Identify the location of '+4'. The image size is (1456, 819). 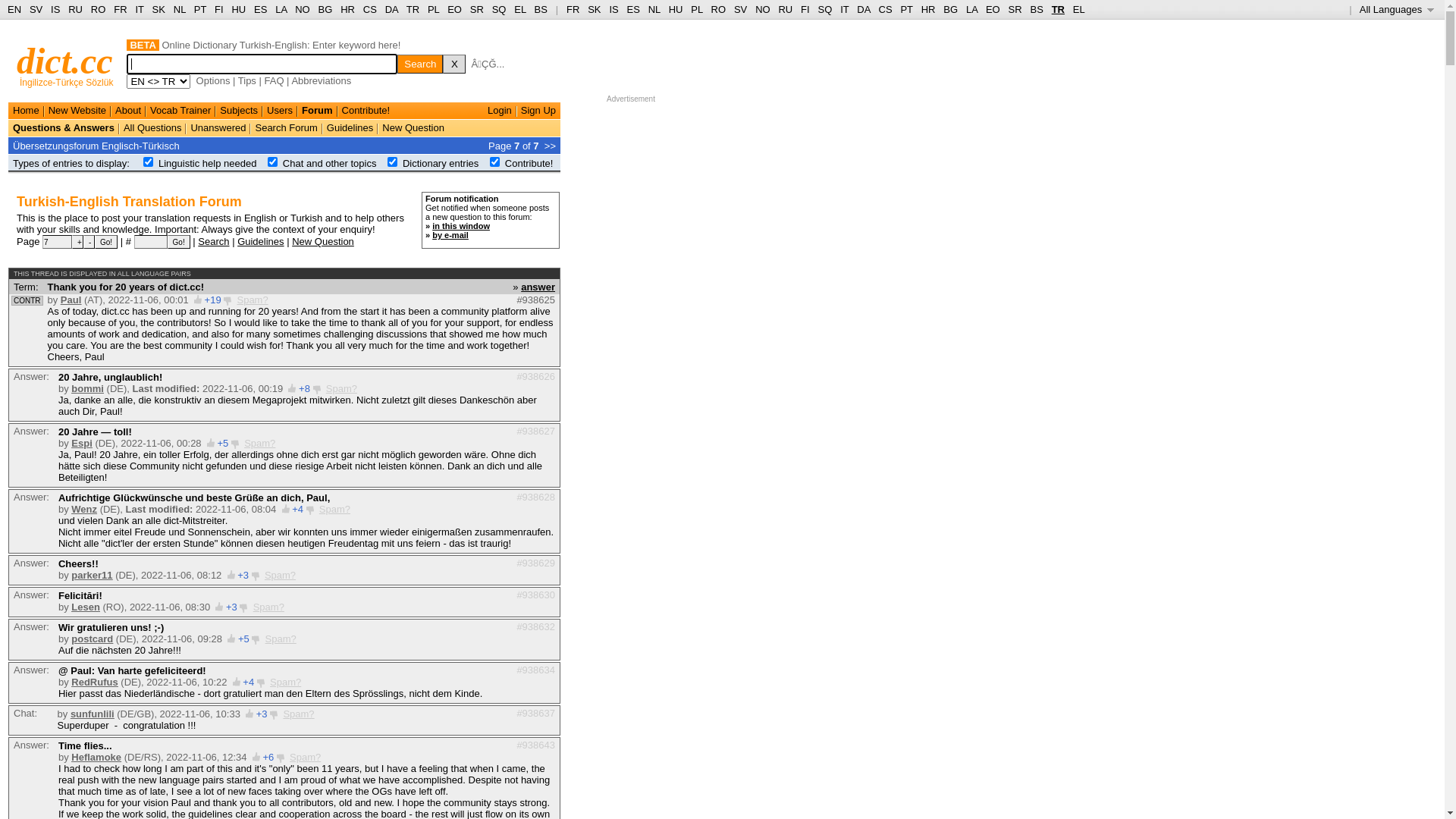
(248, 681).